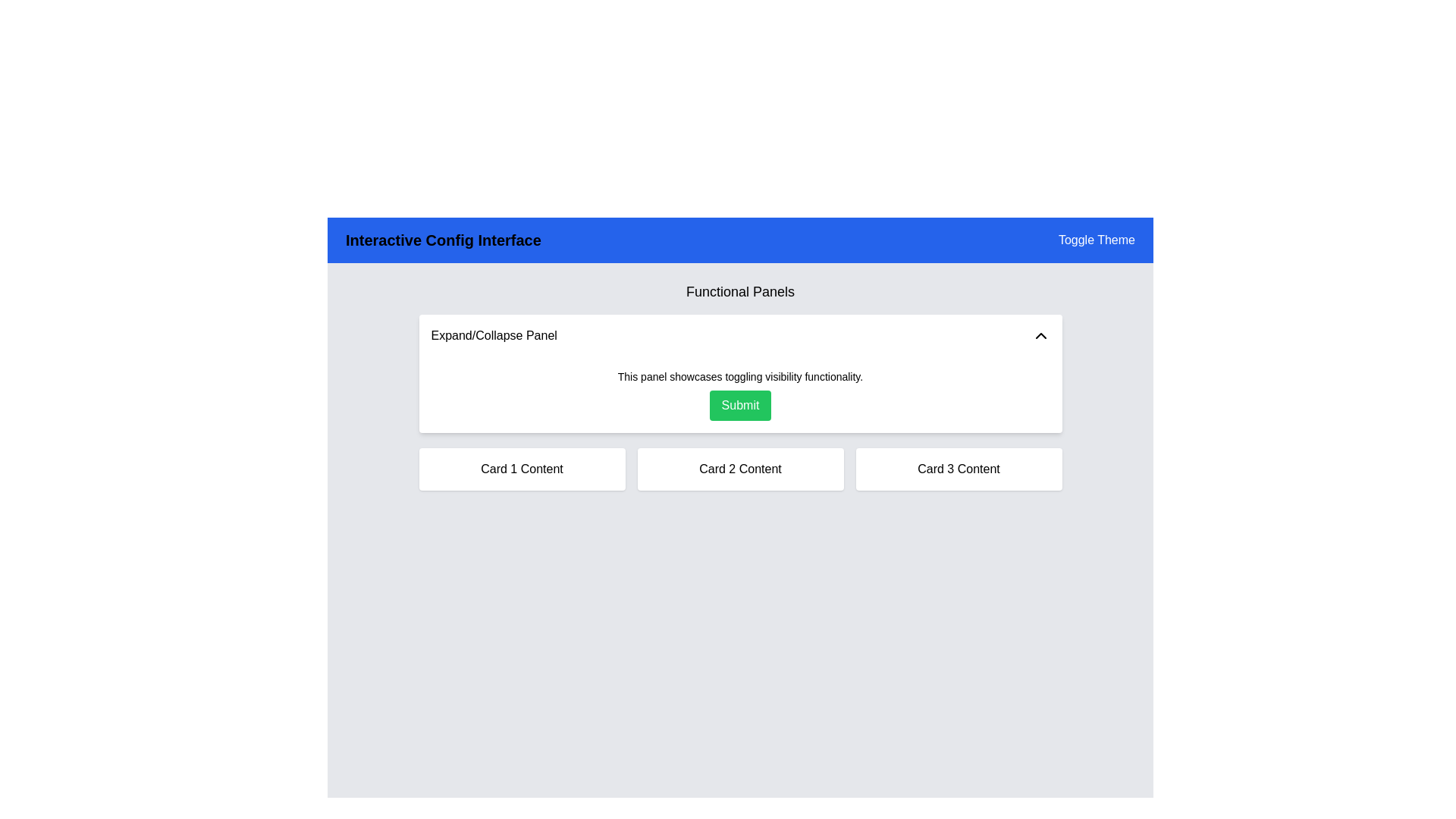 This screenshot has width=1456, height=819. What do you see at coordinates (740, 374) in the screenshot?
I see `the 'Submit' button located at the bottom of the Collapsible panel within the 'Functional Panels' section` at bounding box center [740, 374].